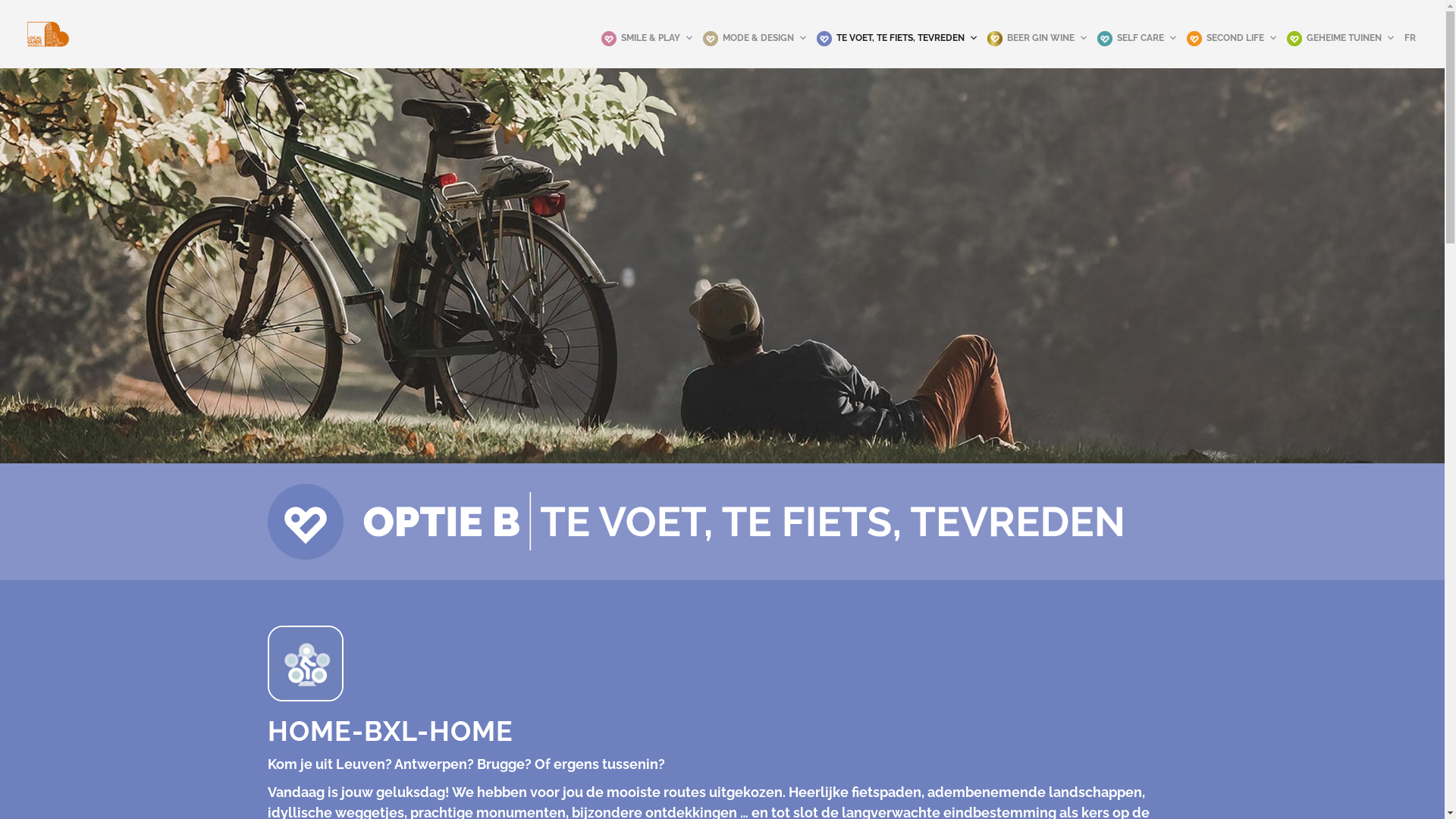  I want to click on 'GEHEIME TUINEN', so click(1341, 37).